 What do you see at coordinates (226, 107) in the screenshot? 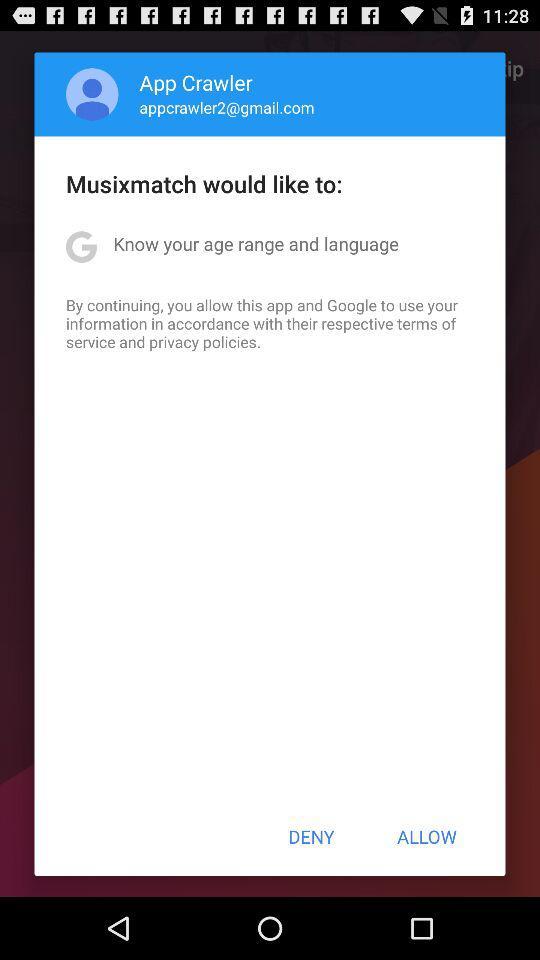
I see `item above musixmatch would like` at bounding box center [226, 107].